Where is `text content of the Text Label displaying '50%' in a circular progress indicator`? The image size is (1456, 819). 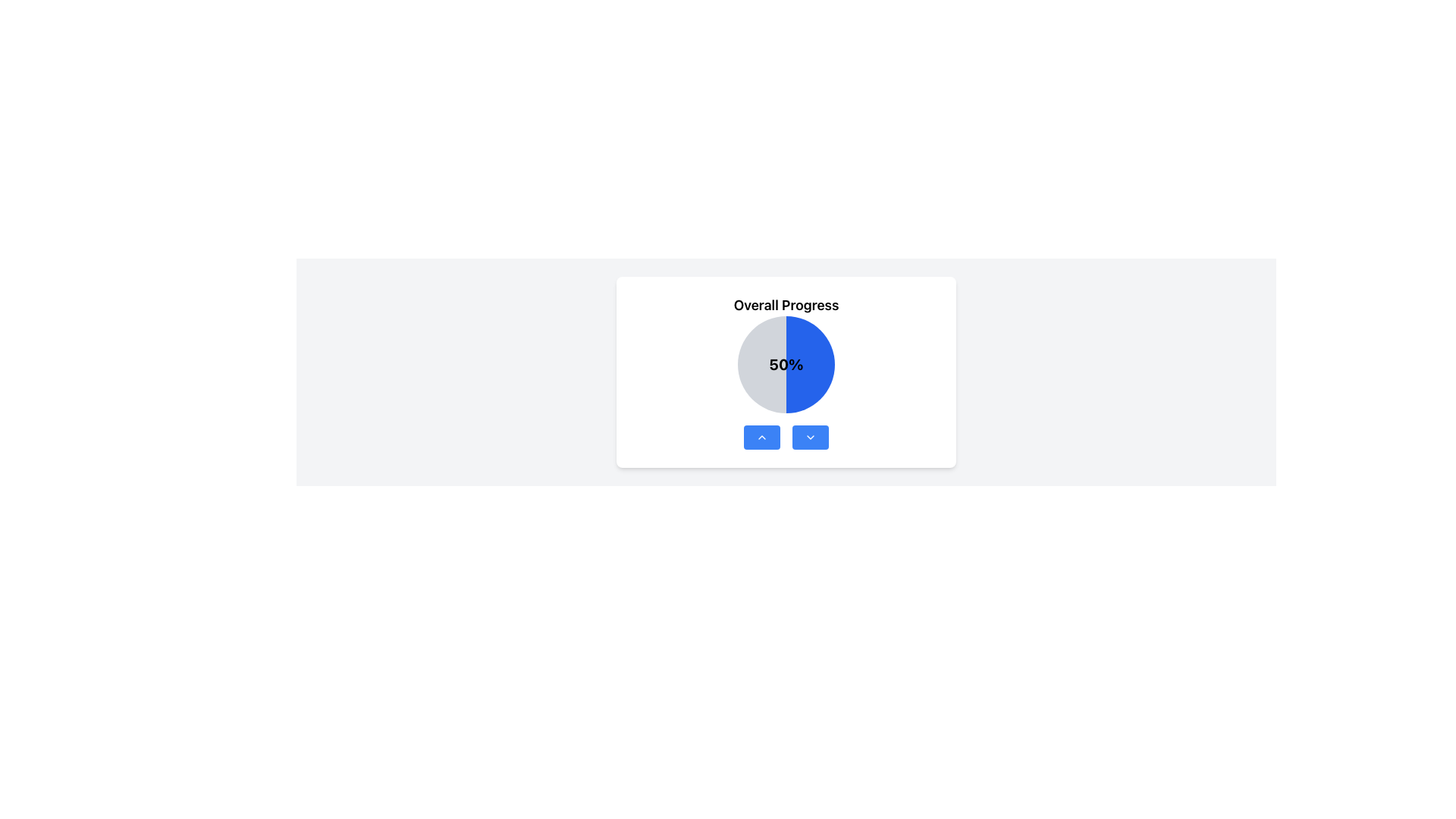
text content of the Text Label displaying '50%' in a circular progress indicator is located at coordinates (786, 365).